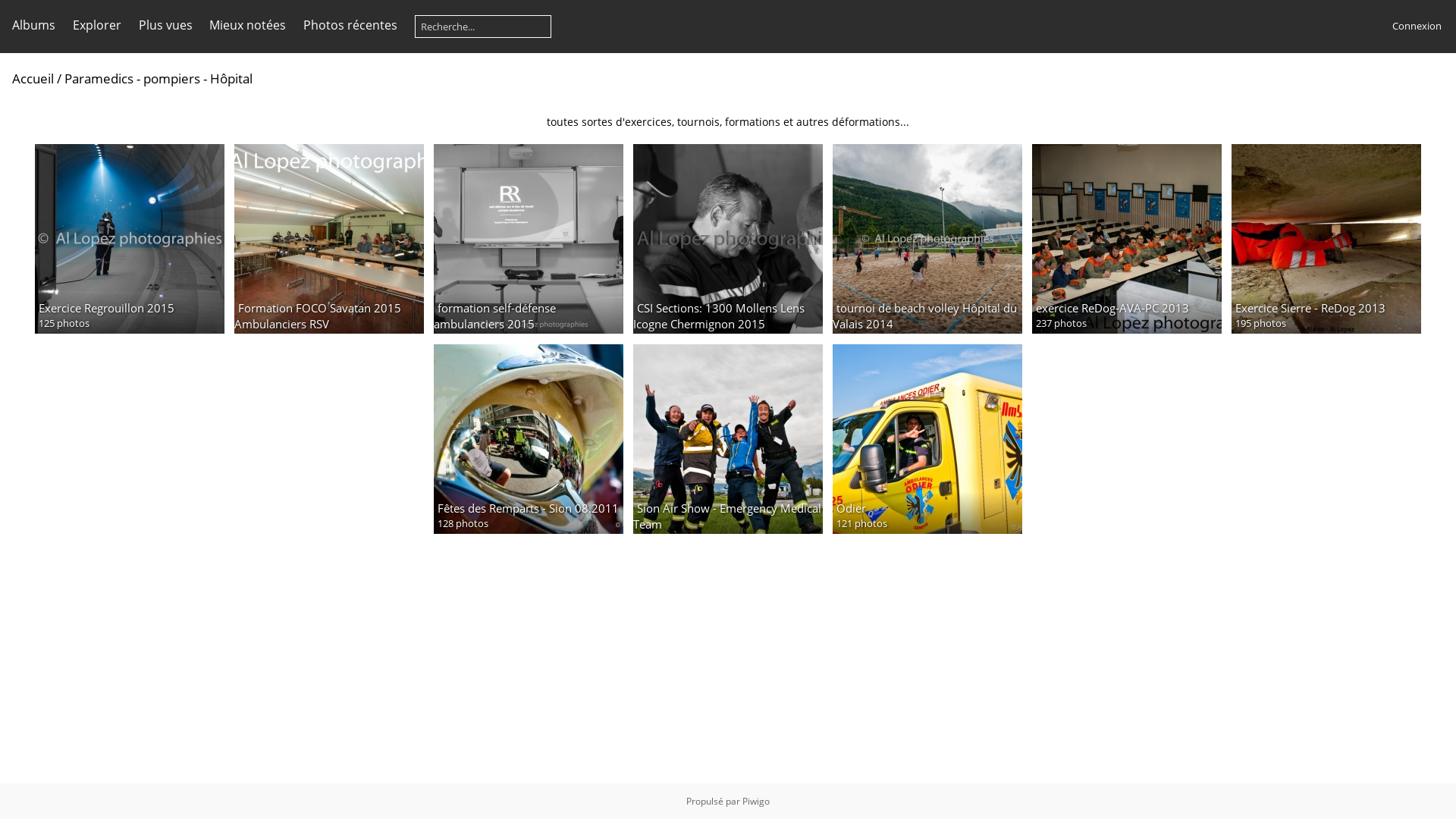 The image size is (1456, 819). Describe the element at coordinates (165, 25) in the screenshot. I see `'Plus vues'` at that location.